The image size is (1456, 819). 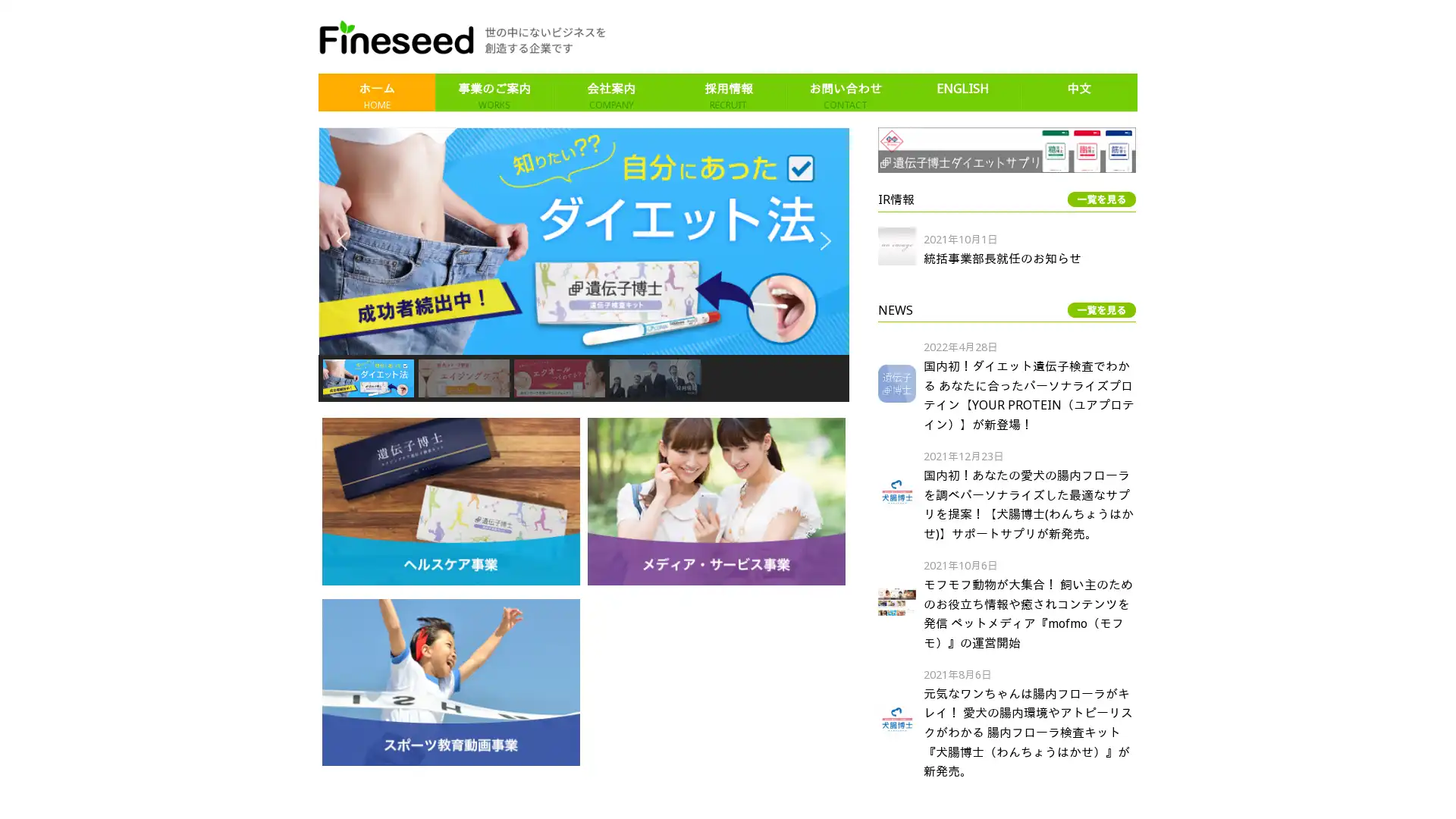 What do you see at coordinates (825, 240) in the screenshot?
I see `next arrow` at bounding box center [825, 240].